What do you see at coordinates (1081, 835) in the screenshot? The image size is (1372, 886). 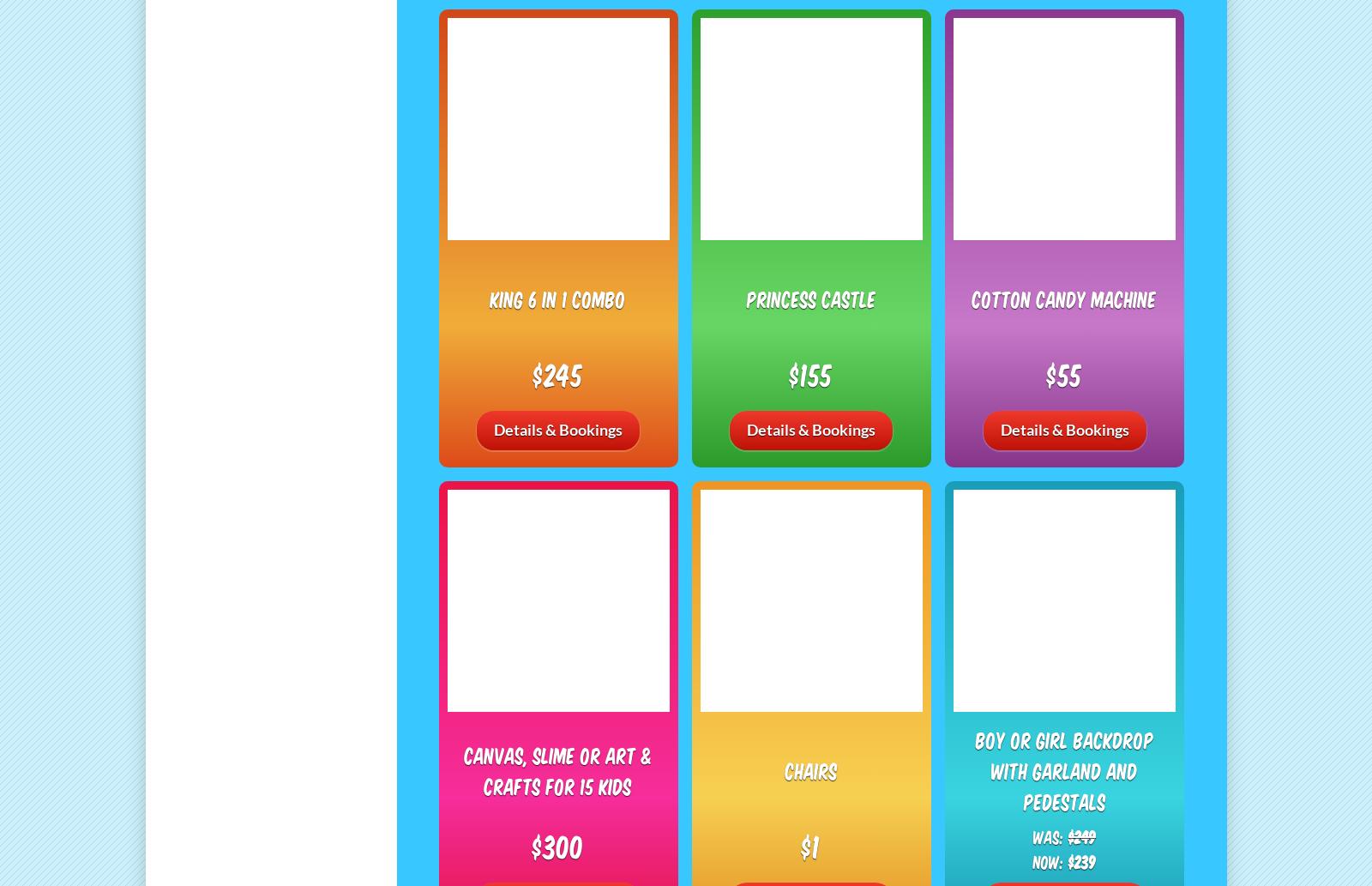 I see `'$249'` at bounding box center [1081, 835].